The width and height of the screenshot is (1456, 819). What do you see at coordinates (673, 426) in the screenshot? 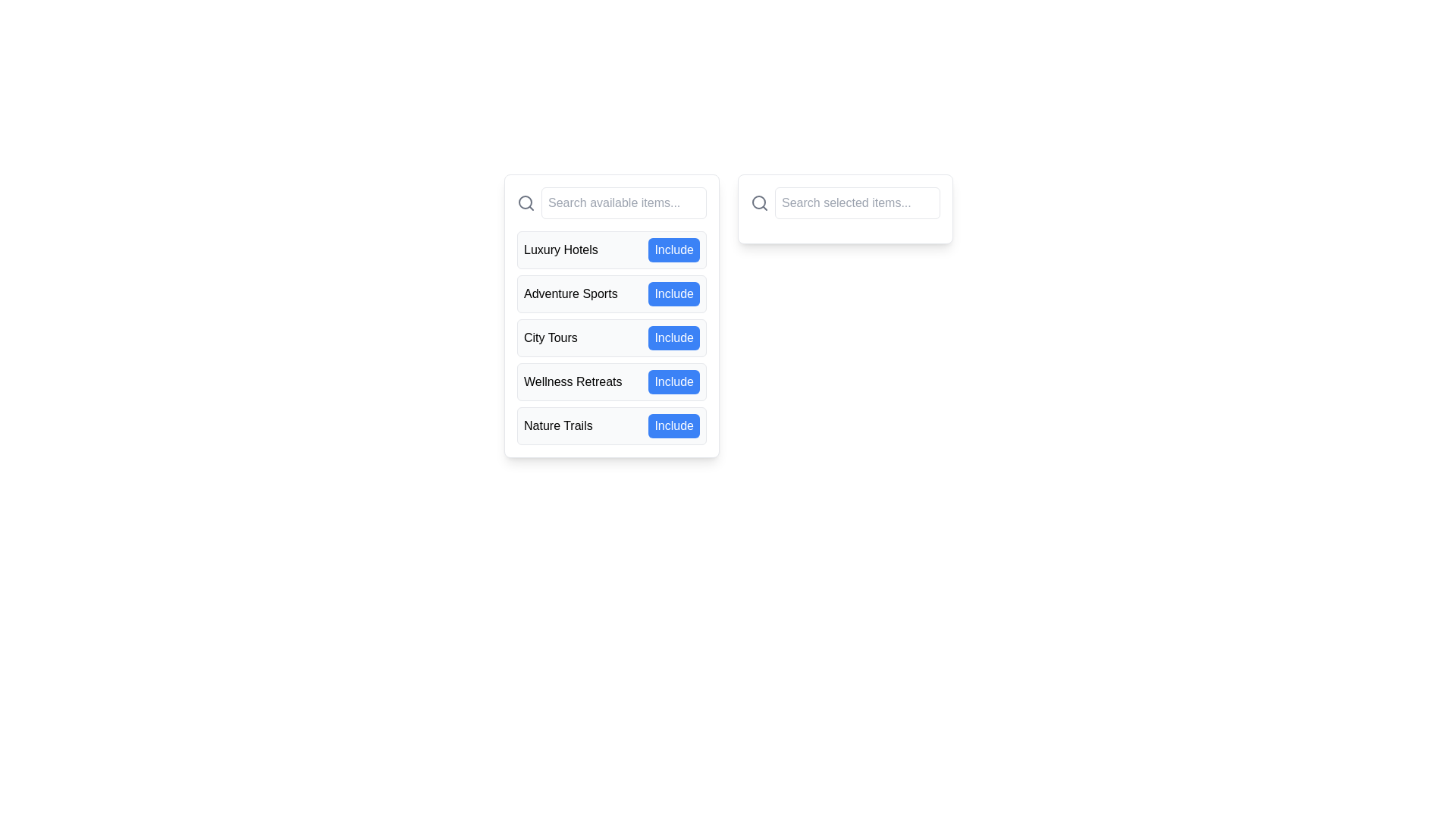
I see `the button located to the right of the 'Nature Trails' label in the fifth row of items` at bounding box center [673, 426].